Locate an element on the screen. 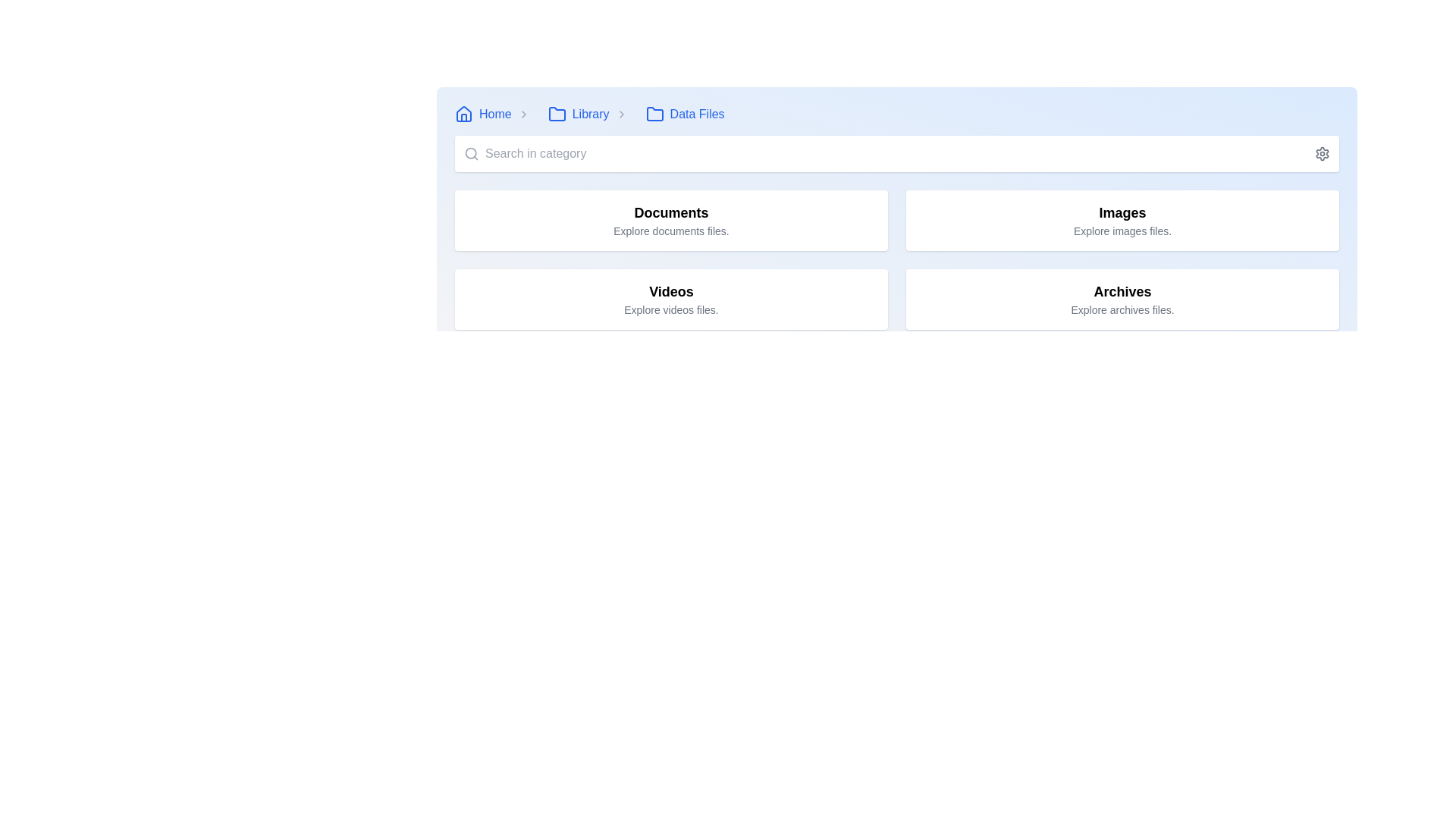  the static text label that reads 'Explore archives files.' located below the main title 'Archives' within the 'Archives' card is located at coordinates (1122, 309).